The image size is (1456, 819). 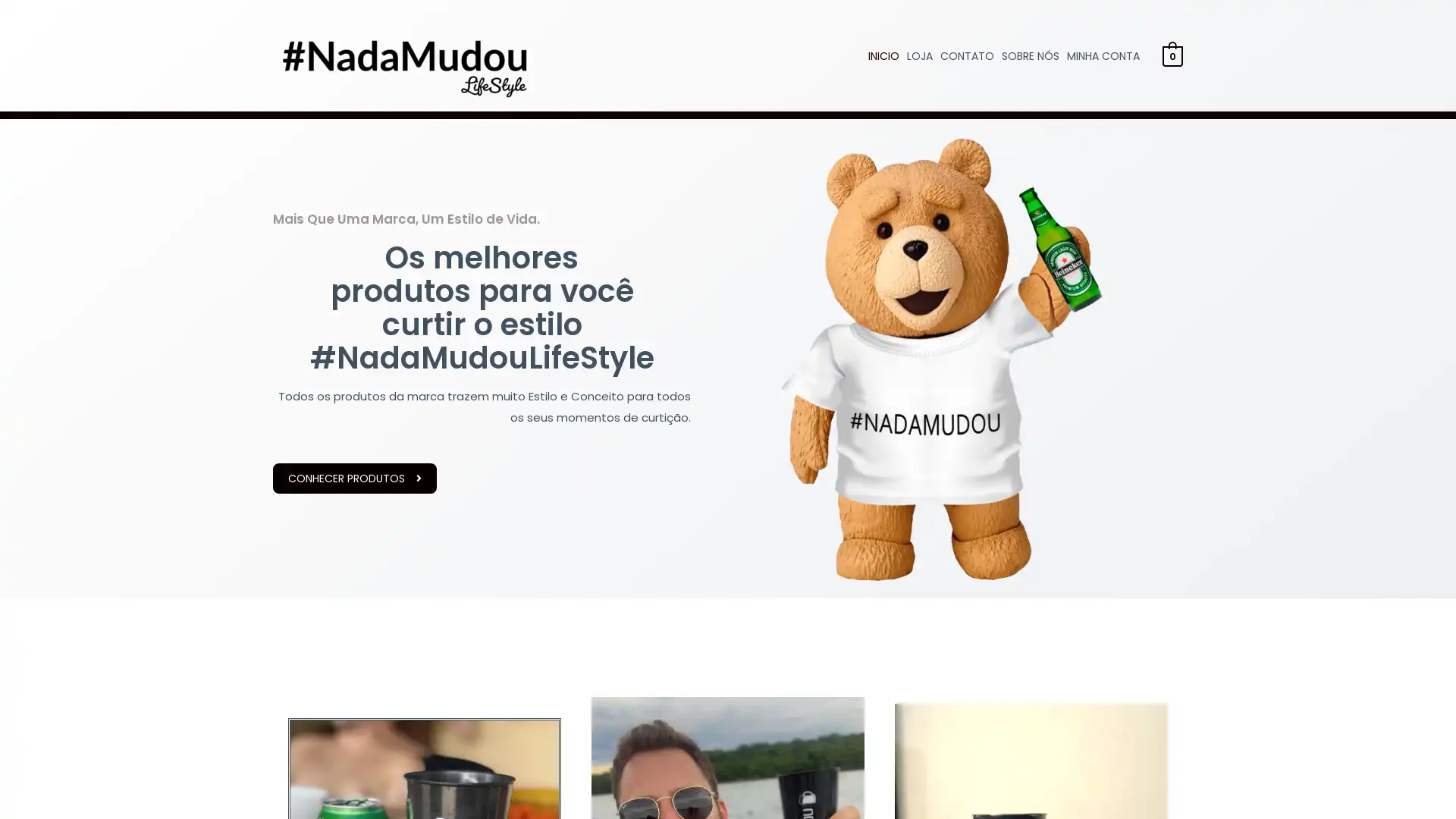 What do you see at coordinates (353, 479) in the screenshot?
I see `CONHECER PRODUTOS` at bounding box center [353, 479].